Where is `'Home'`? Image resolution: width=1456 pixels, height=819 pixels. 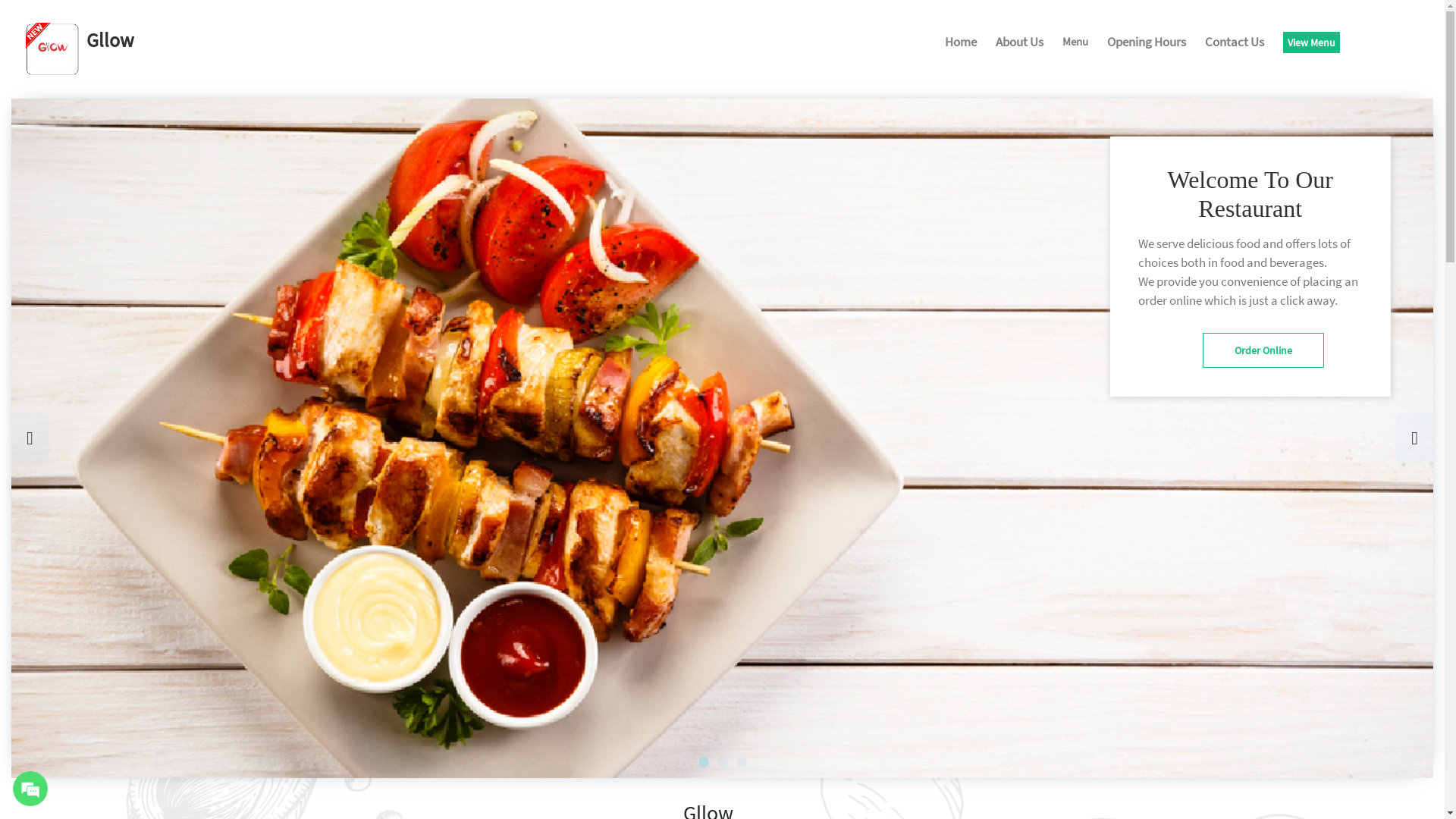 'Home' is located at coordinates (960, 42).